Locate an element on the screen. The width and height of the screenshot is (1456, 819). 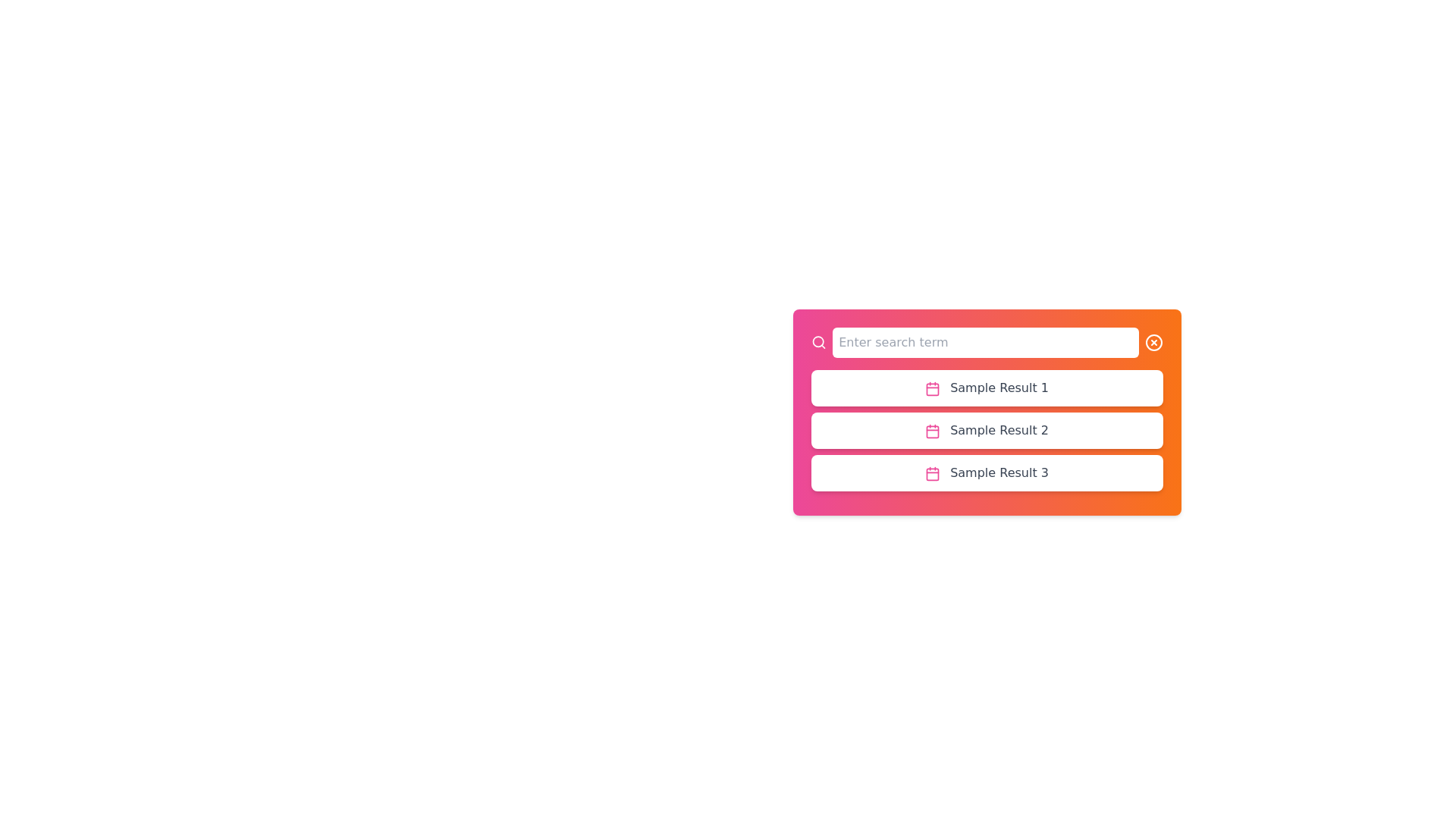
the third selectable result option in the search interface is located at coordinates (987, 472).